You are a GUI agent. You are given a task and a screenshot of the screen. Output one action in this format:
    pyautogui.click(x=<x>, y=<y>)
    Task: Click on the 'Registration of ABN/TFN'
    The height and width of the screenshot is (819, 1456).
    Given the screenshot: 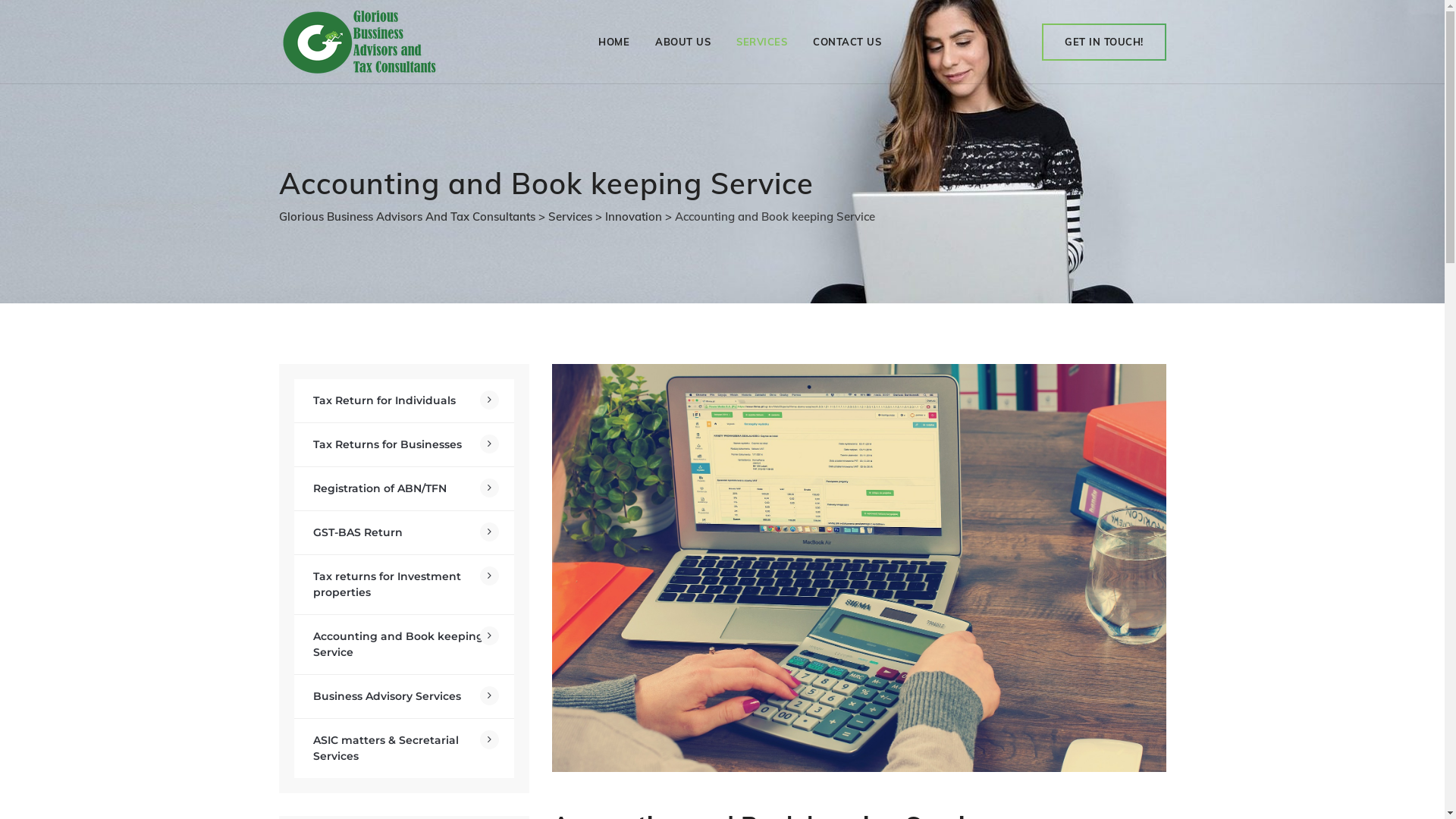 What is the action you would take?
    pyautogui.click(x=403, y=488)
    